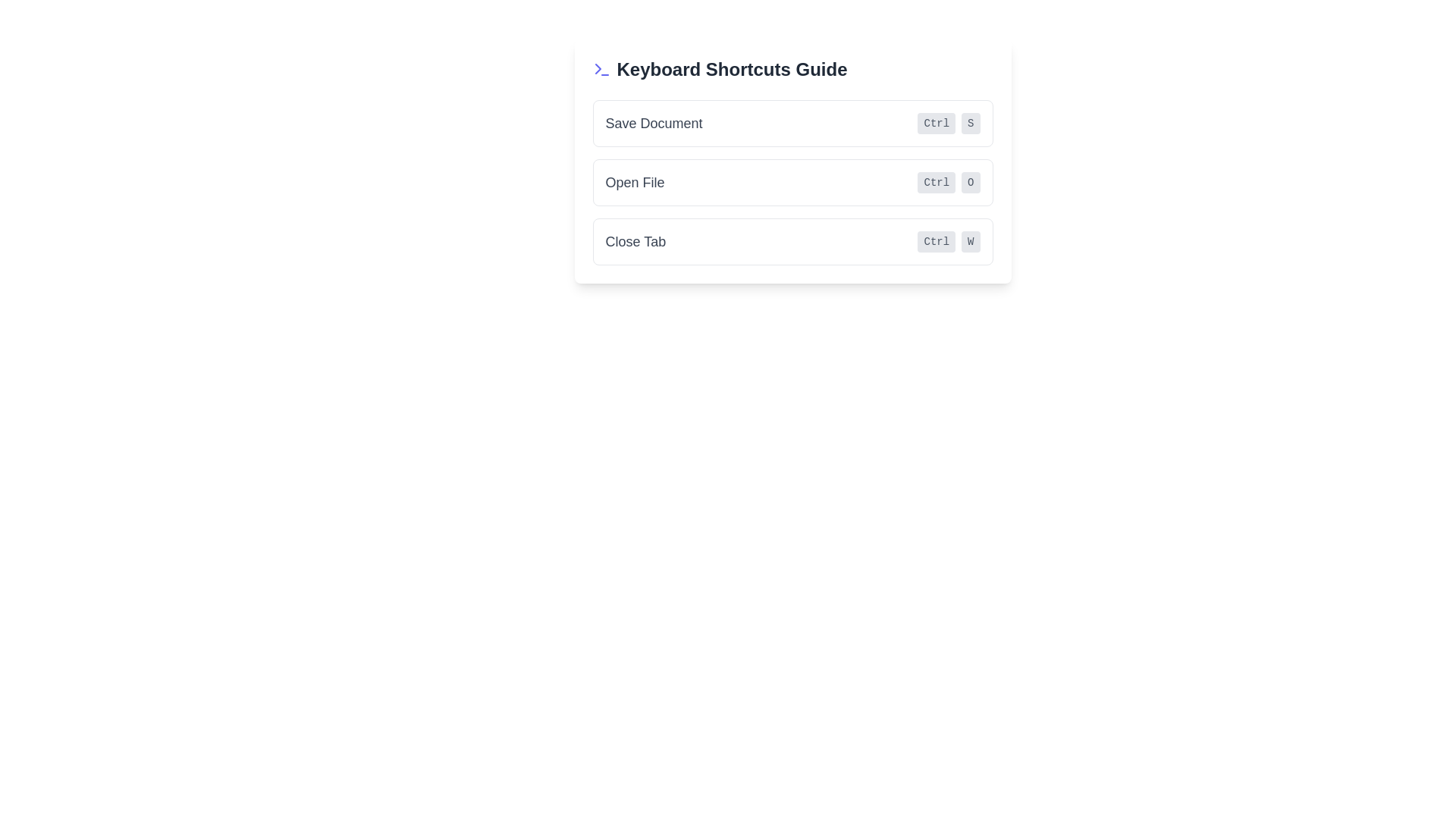  What do you see at coordinates (654, 122) in the screenshot?
I see `the Text Label that describes the 'Save Document' action associated with the 'Ctrl+S' keyboard shortcut, located in the first row of the 'Keyboard Shortcuts Guide' section` at bounding box center [654, 122].